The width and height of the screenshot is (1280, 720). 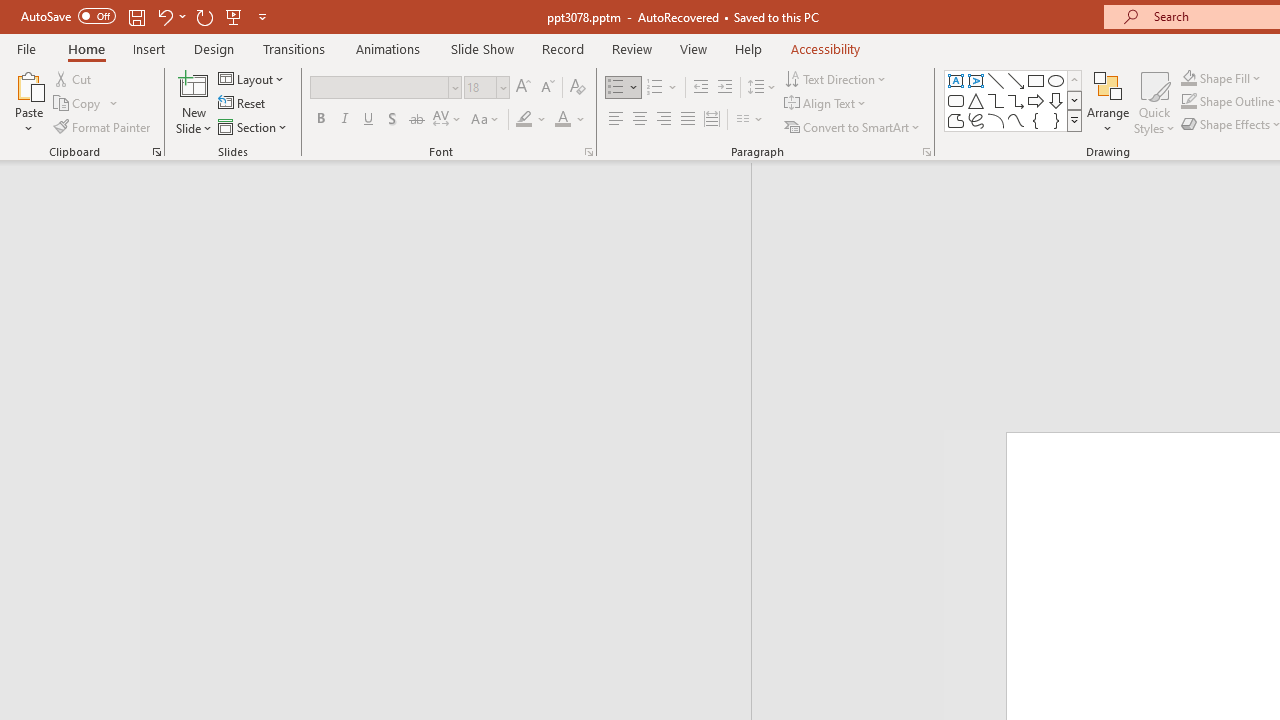 I want to click on 'Customize Quick Access Toolbar', so click(x=262, y=16).